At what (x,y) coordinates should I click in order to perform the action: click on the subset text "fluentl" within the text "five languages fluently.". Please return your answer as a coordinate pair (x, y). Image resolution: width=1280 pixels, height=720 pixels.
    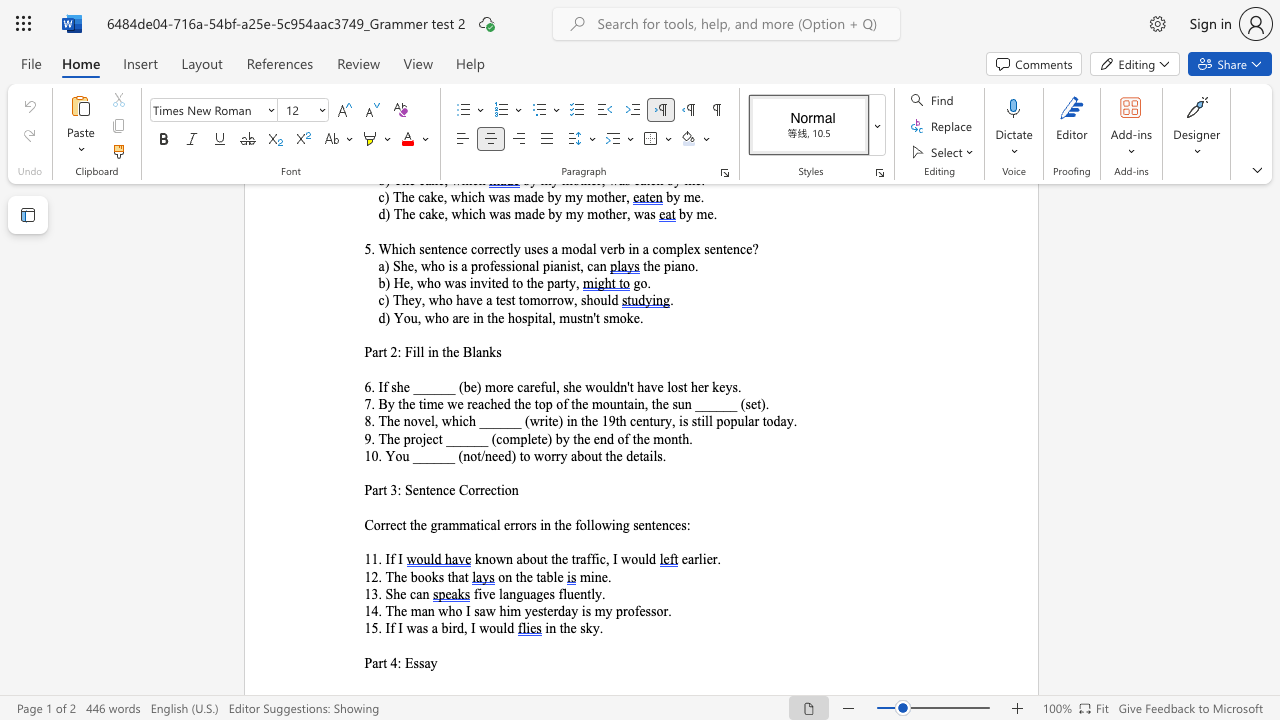
    Looking at the image, I should click on (558, 593).